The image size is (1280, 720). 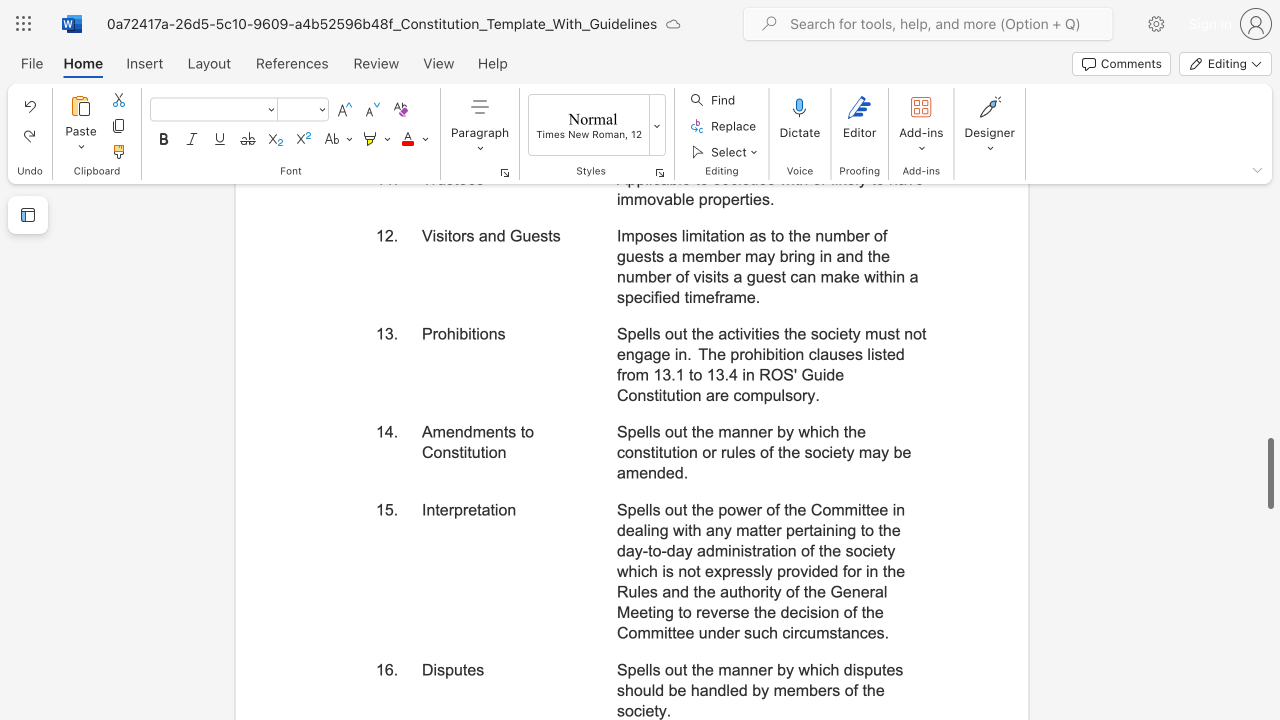 What do you see at coordinates (615, 689) in the screenshot?
I see `the subset text "should be ha" within the text "Spells out the manner by which disputes should be handled by members of the society."` at bounding box center [615, 689].